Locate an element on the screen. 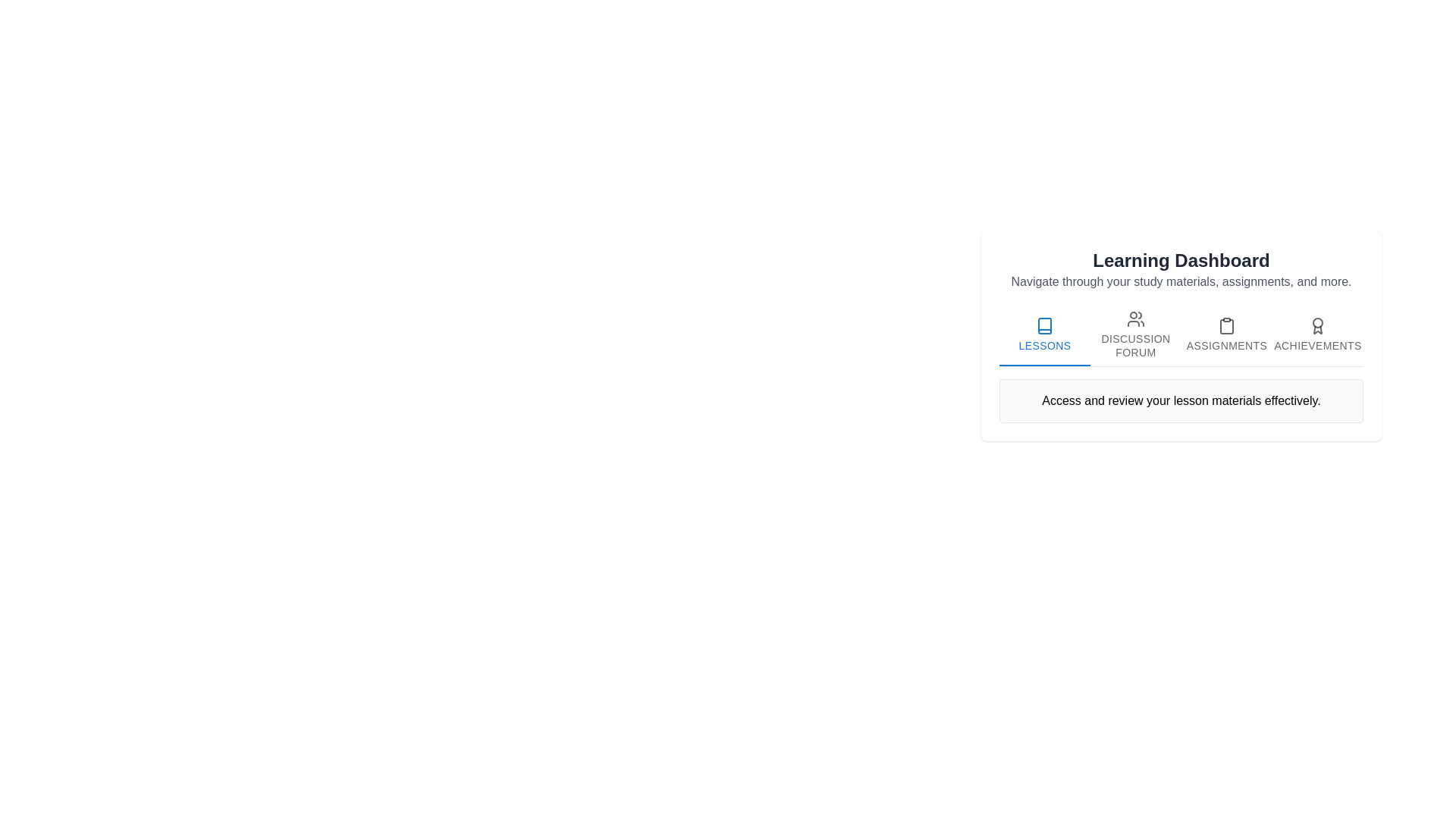  the 'Discussion Forum' tab icon located in the dashboard's navigation area, situated above the text labeled 'Discussion Forum' is located at coordinates (1135, 318).